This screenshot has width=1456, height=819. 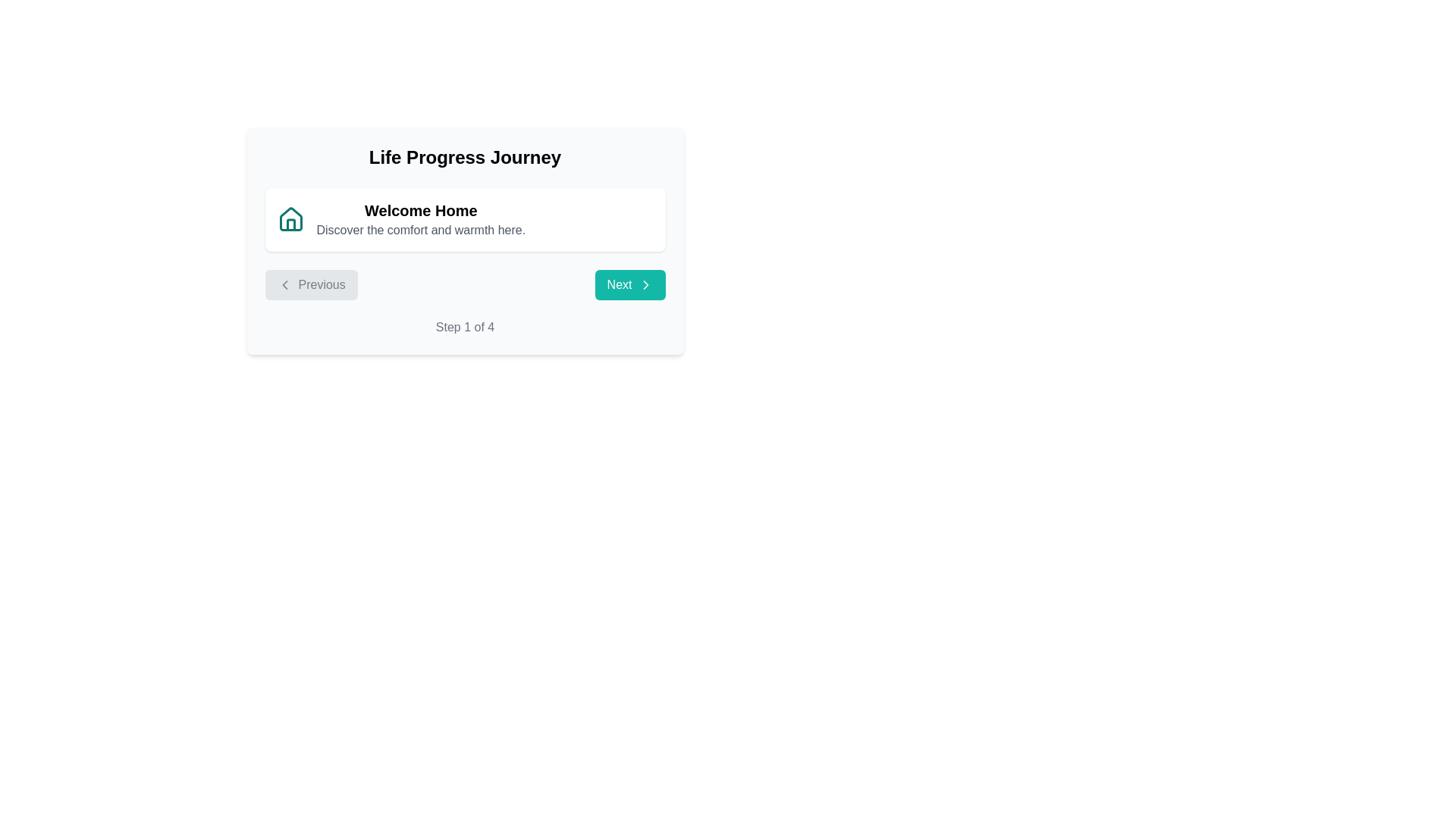 What do you see at coordinates (284, 284) in the screenshot?
I see `the decorative glyph within the 'Previous' button, which visually indicates backward navigation, located to the left of the word 'Previous' in the step navigation section` at bounding box center [284, 284].